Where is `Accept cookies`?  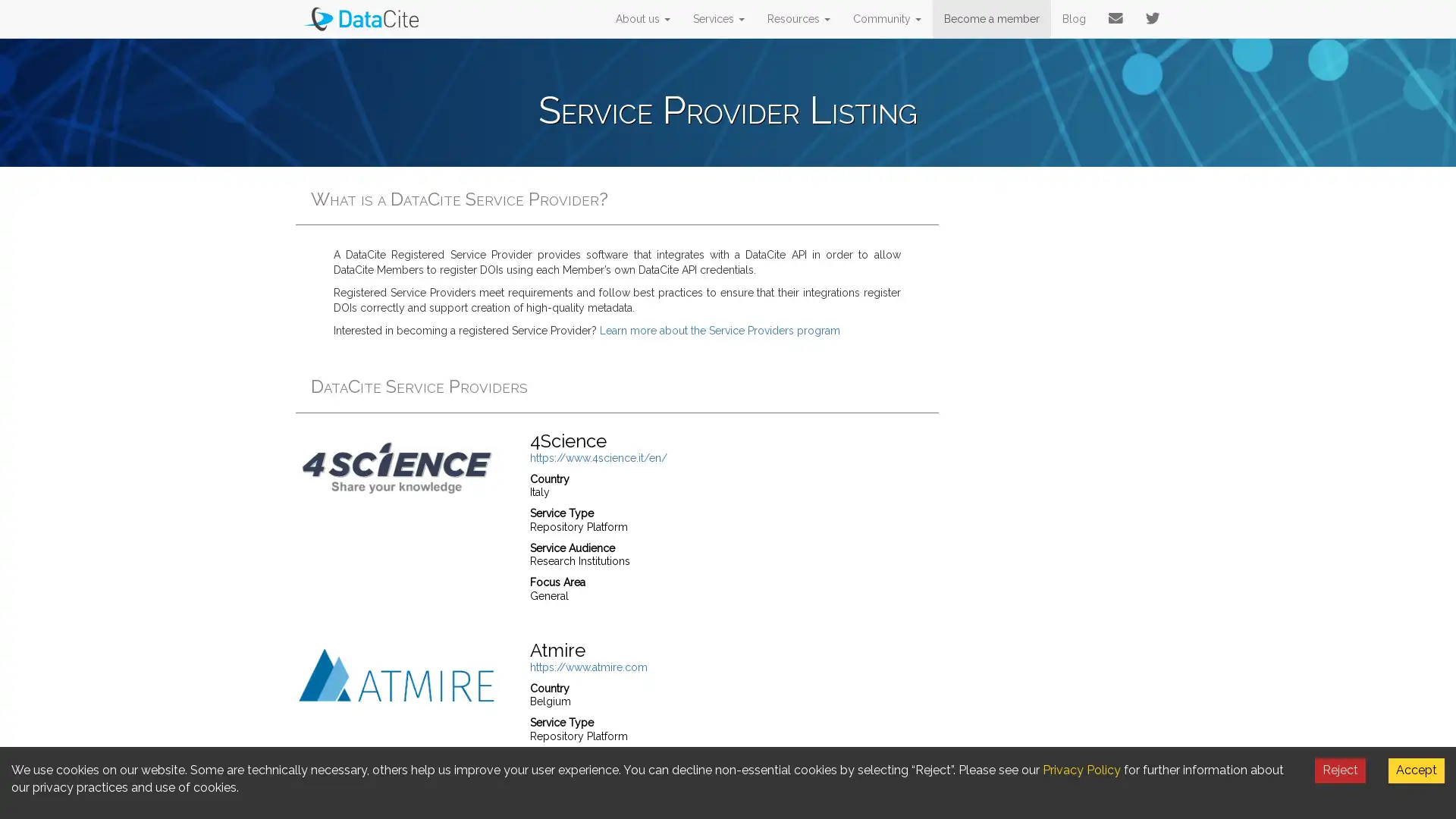
Accept cookies is located at coordinates (1415, 770).